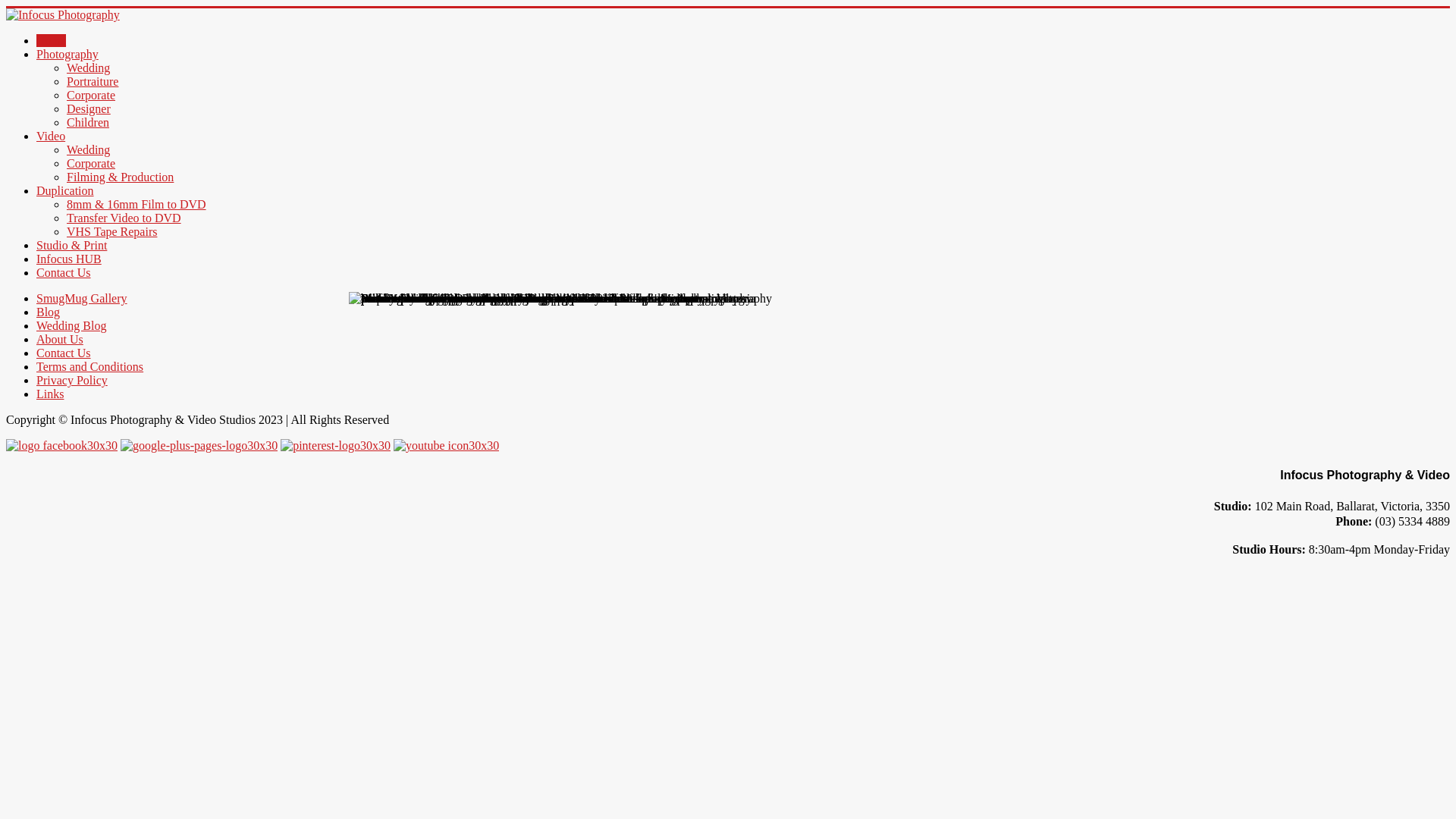  What do you see at coordinates (48, 311) in the screenshot?
I see `'Blog'` at bounding box center [48, 311].